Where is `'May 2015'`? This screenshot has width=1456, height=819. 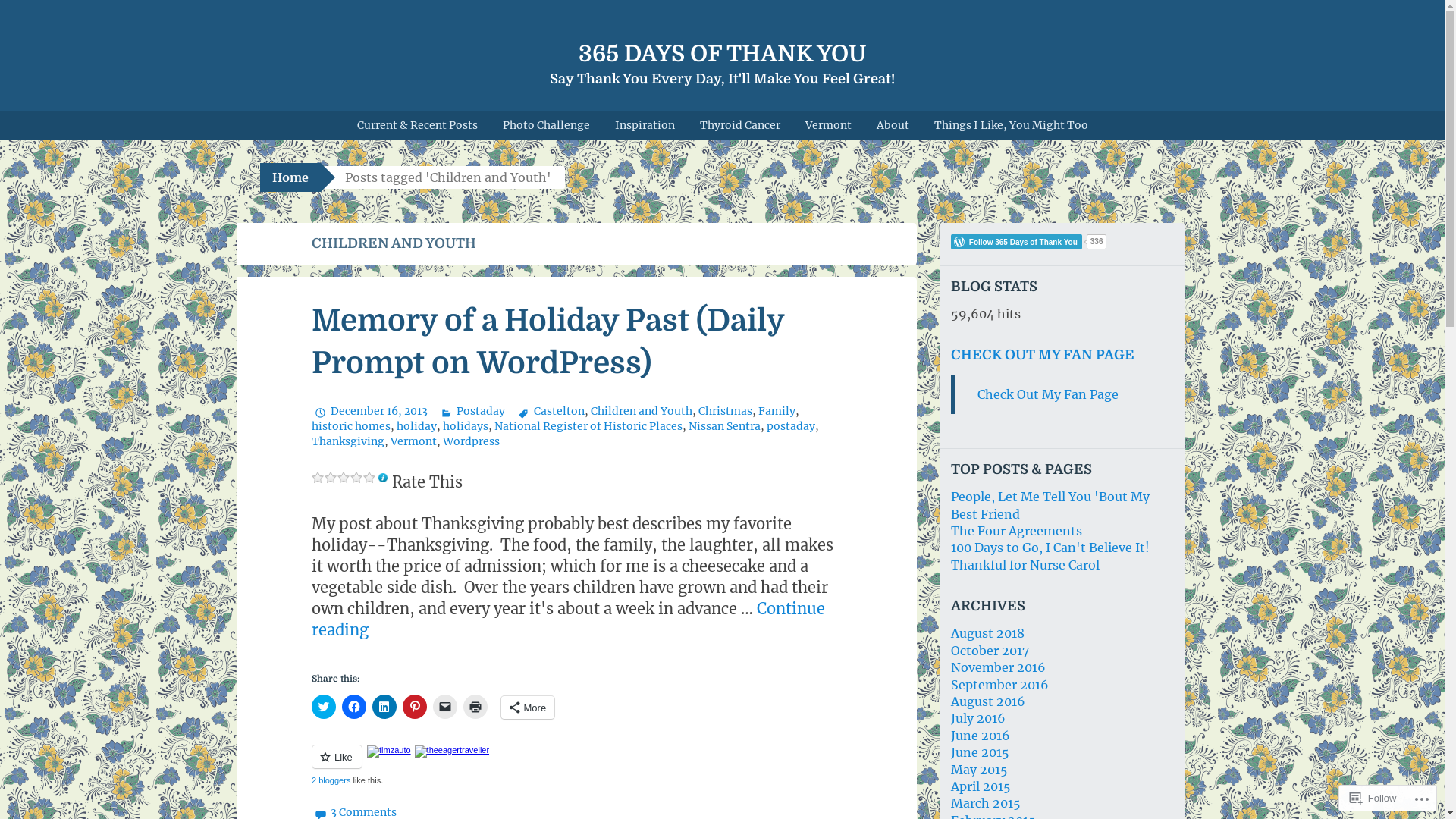
'May 2015' is located at coordinates (979, 769).